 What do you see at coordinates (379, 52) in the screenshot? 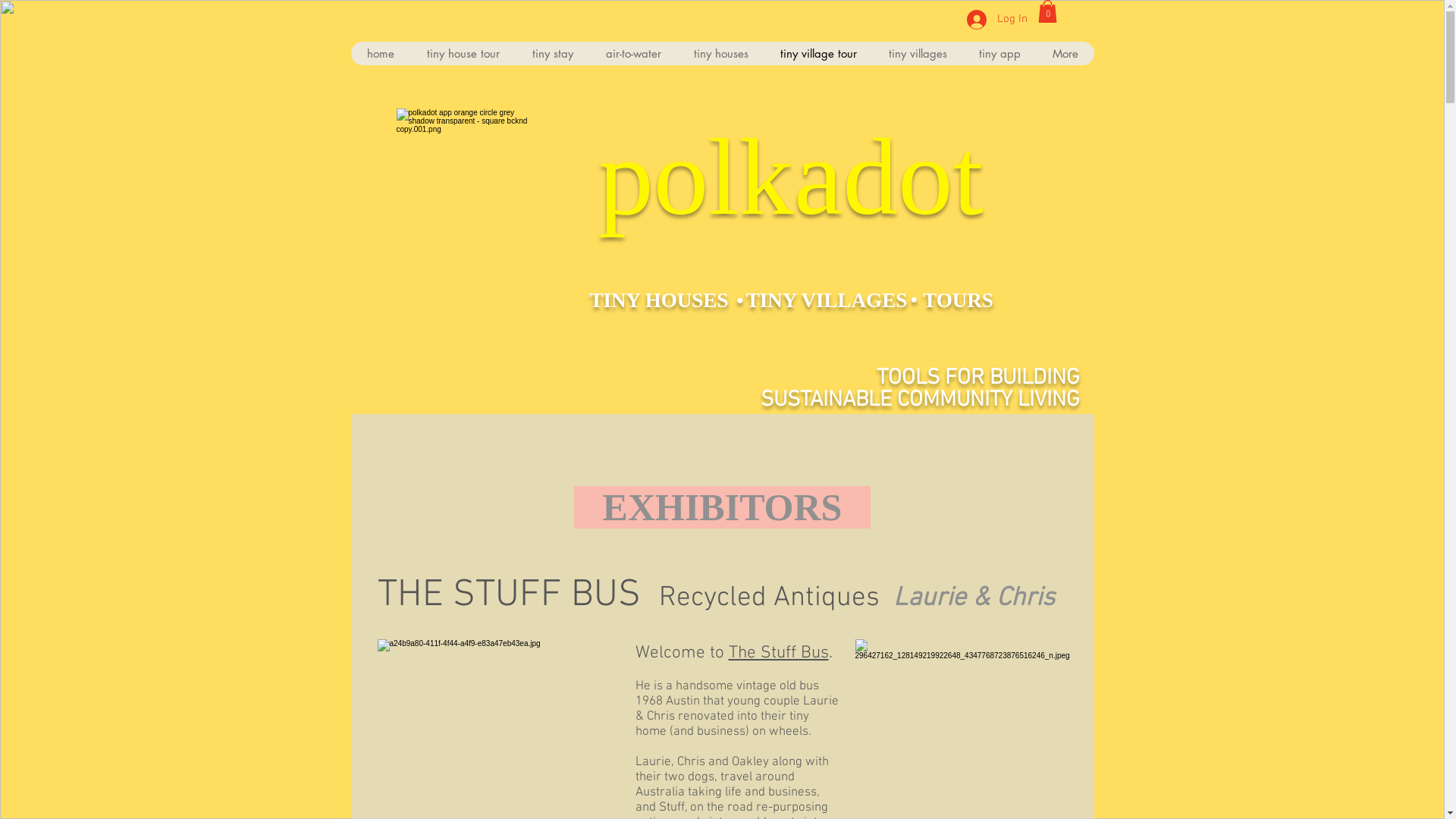
I see `'home'` at bounding box center [379, 52].